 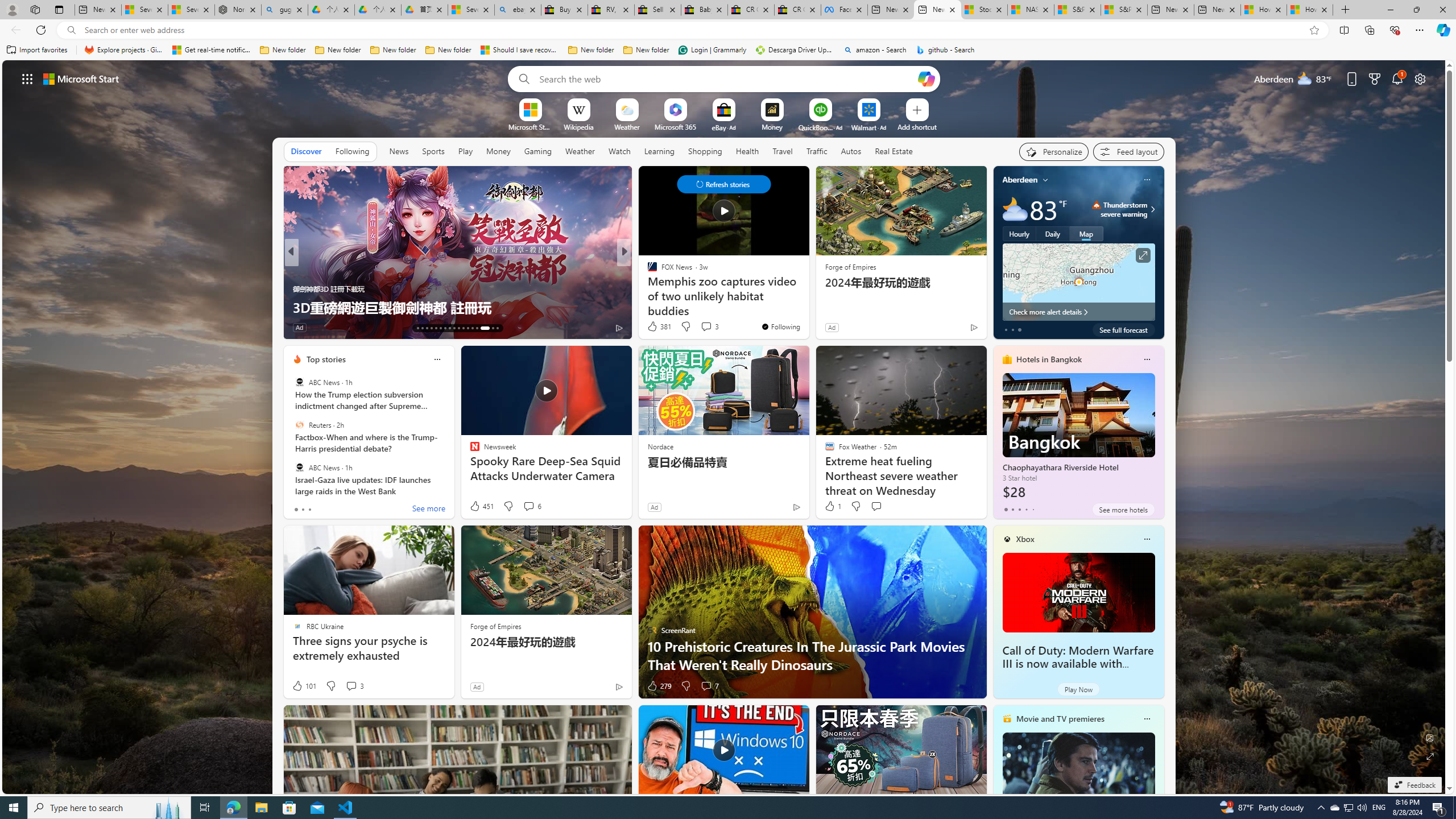 What do you see at coordinates (427, 328) in the screenshot?
I see `'AutomationID: tab-15'` at bounding box center [427, 328].